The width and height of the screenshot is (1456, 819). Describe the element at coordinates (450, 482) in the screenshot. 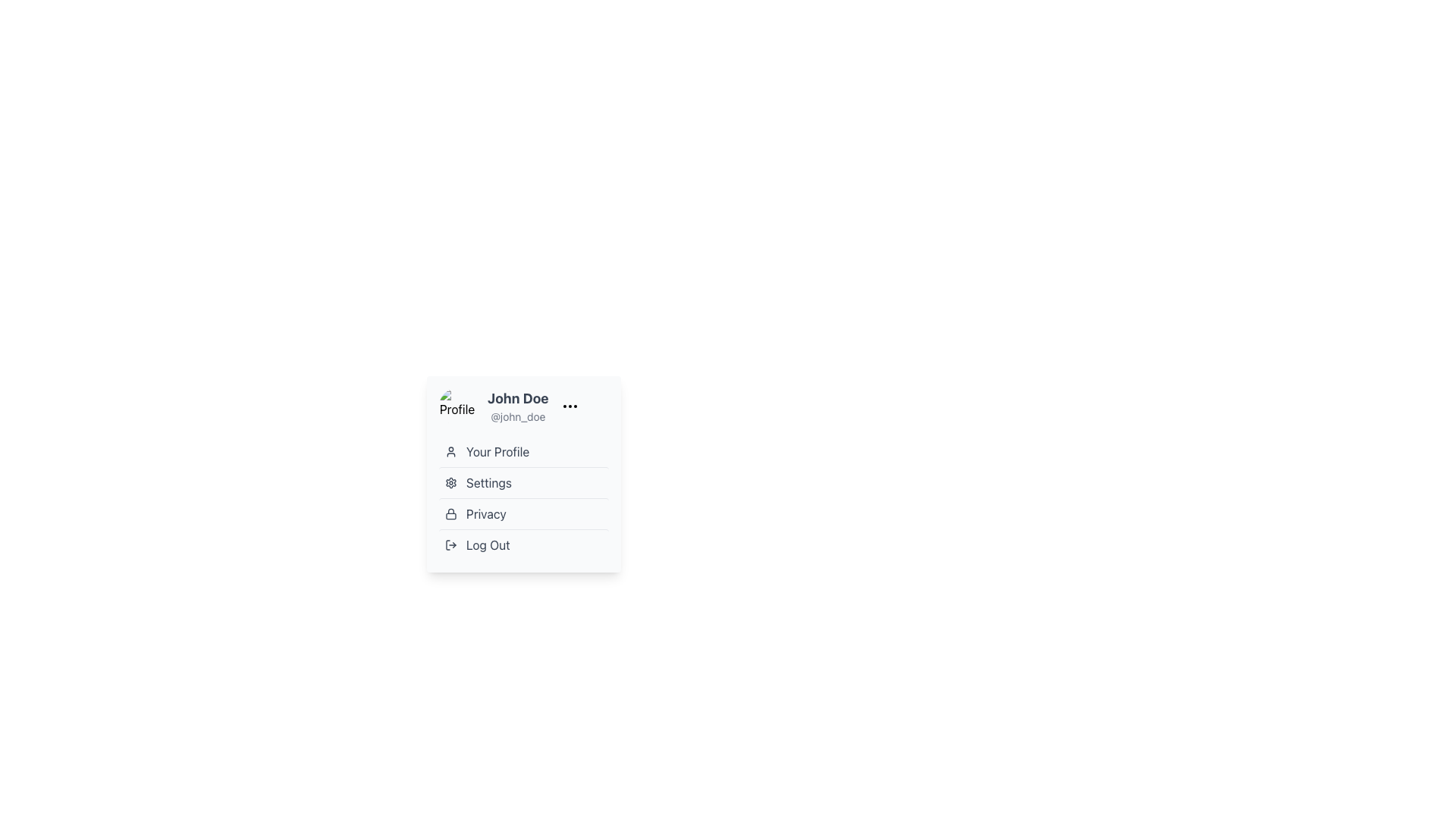

I see `the gear icon representing settings, located to the left of the 'Settings' label in the menu` at that location.